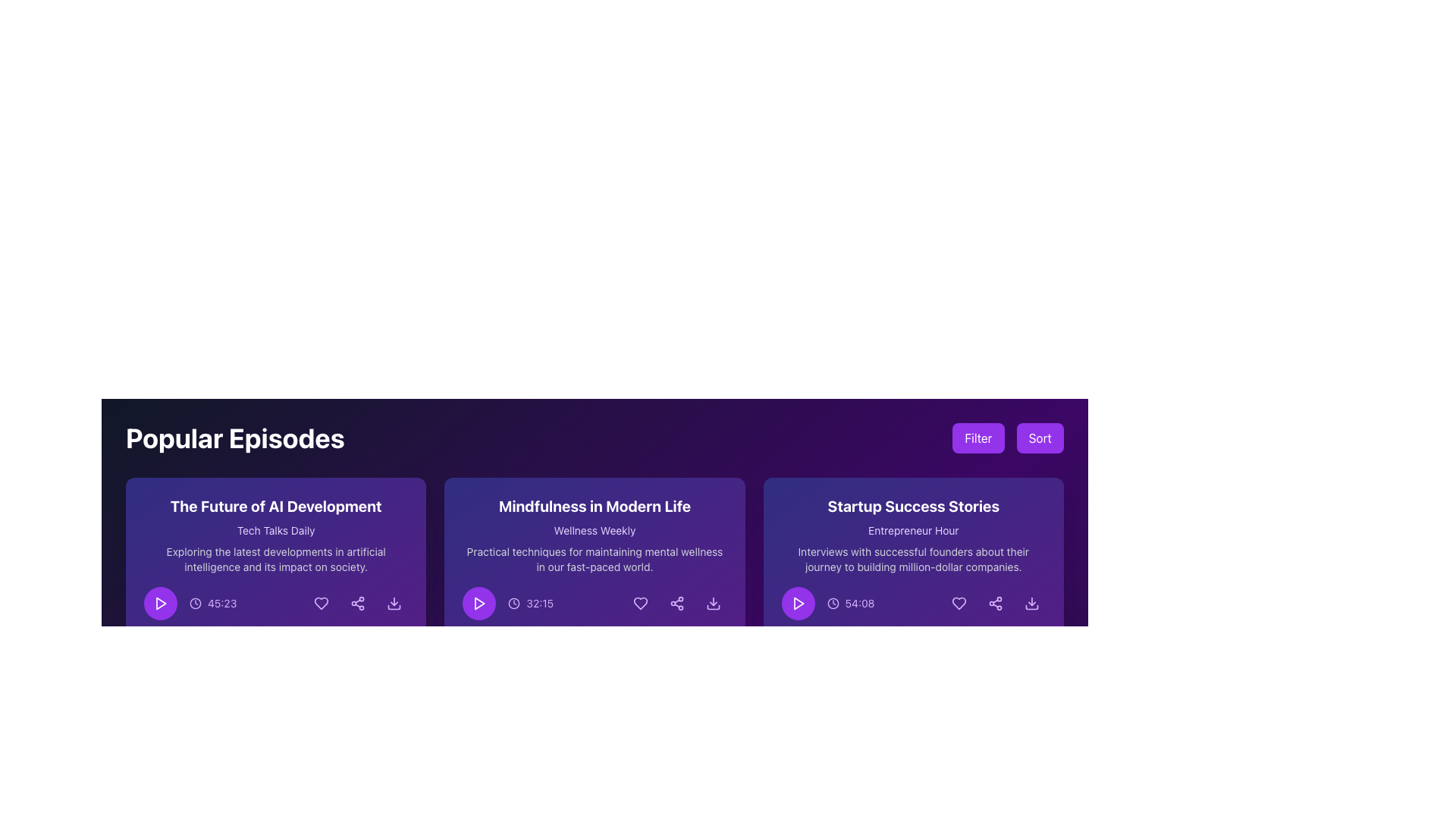 This screenshot has height=819, width=1456. I want to click on the function of the audio-related icon located in the bottom section of the episode card, specifically in the third position among similar icons, so click(149, 652).